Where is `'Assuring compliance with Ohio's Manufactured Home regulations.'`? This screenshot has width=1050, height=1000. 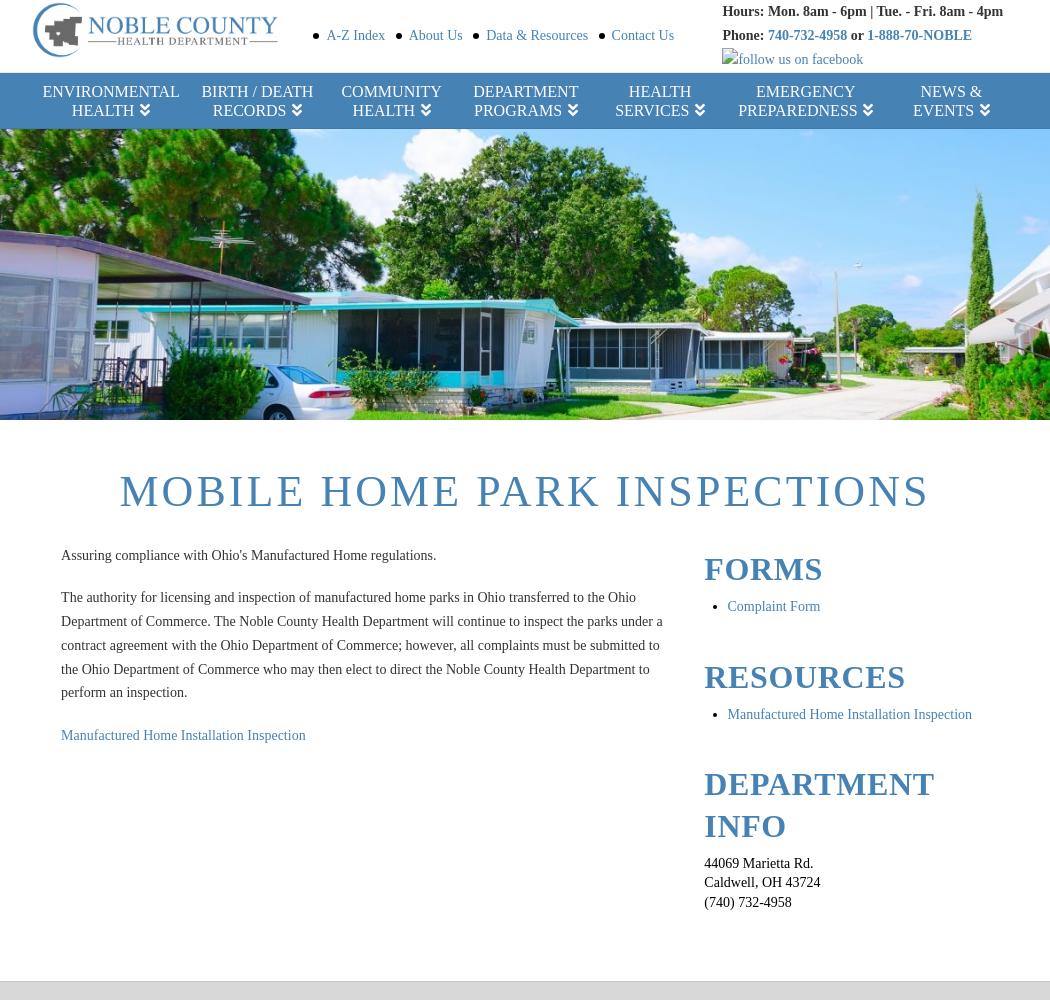 'Assuring compliance with Ohio's Manufactured Home regulations.' is located at coordinates (248, 555).